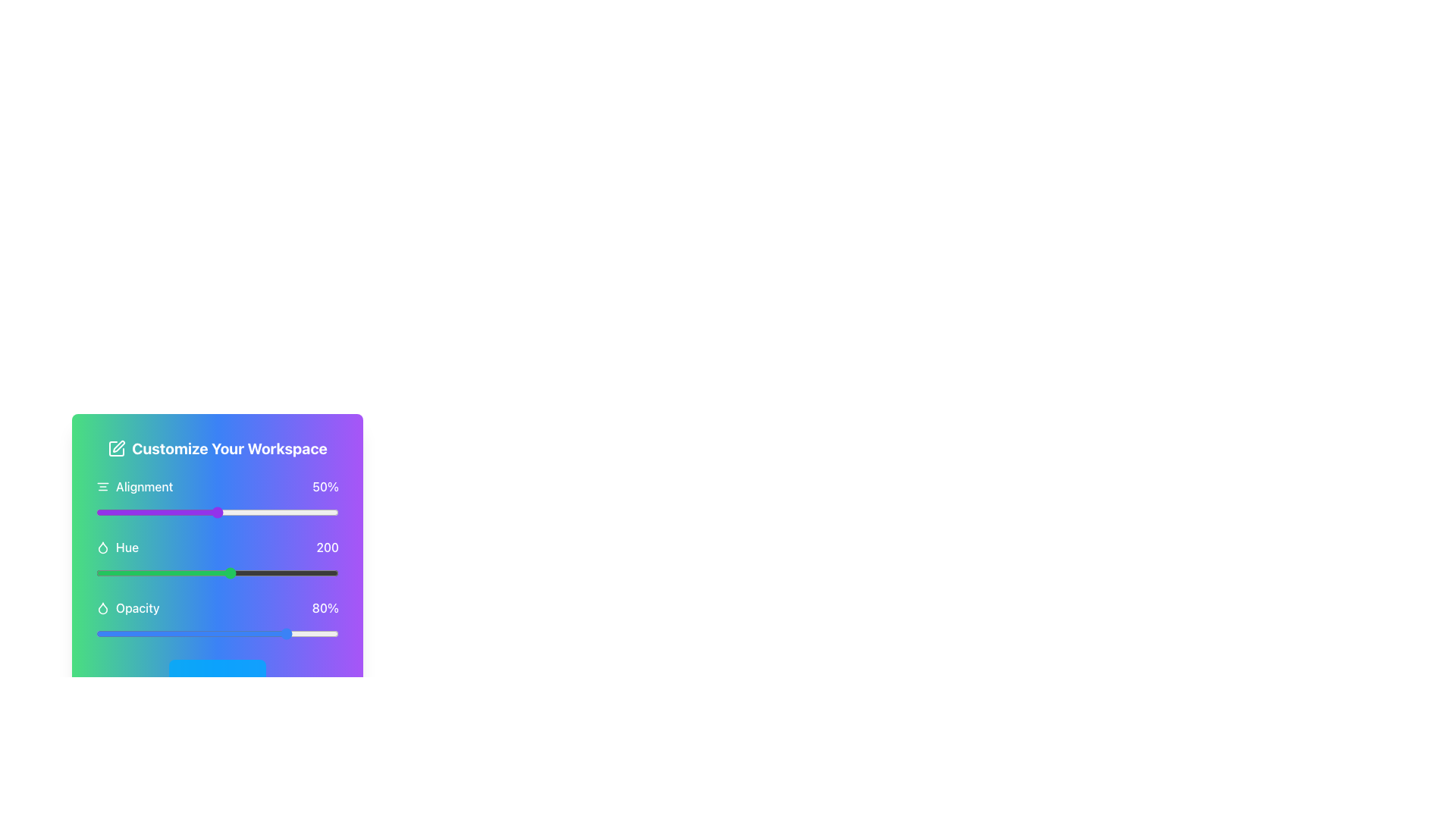  What do you see at coordinates (135, 634) in the screenshot?
I see `the opacity slider` at bounding box center [135, 634].